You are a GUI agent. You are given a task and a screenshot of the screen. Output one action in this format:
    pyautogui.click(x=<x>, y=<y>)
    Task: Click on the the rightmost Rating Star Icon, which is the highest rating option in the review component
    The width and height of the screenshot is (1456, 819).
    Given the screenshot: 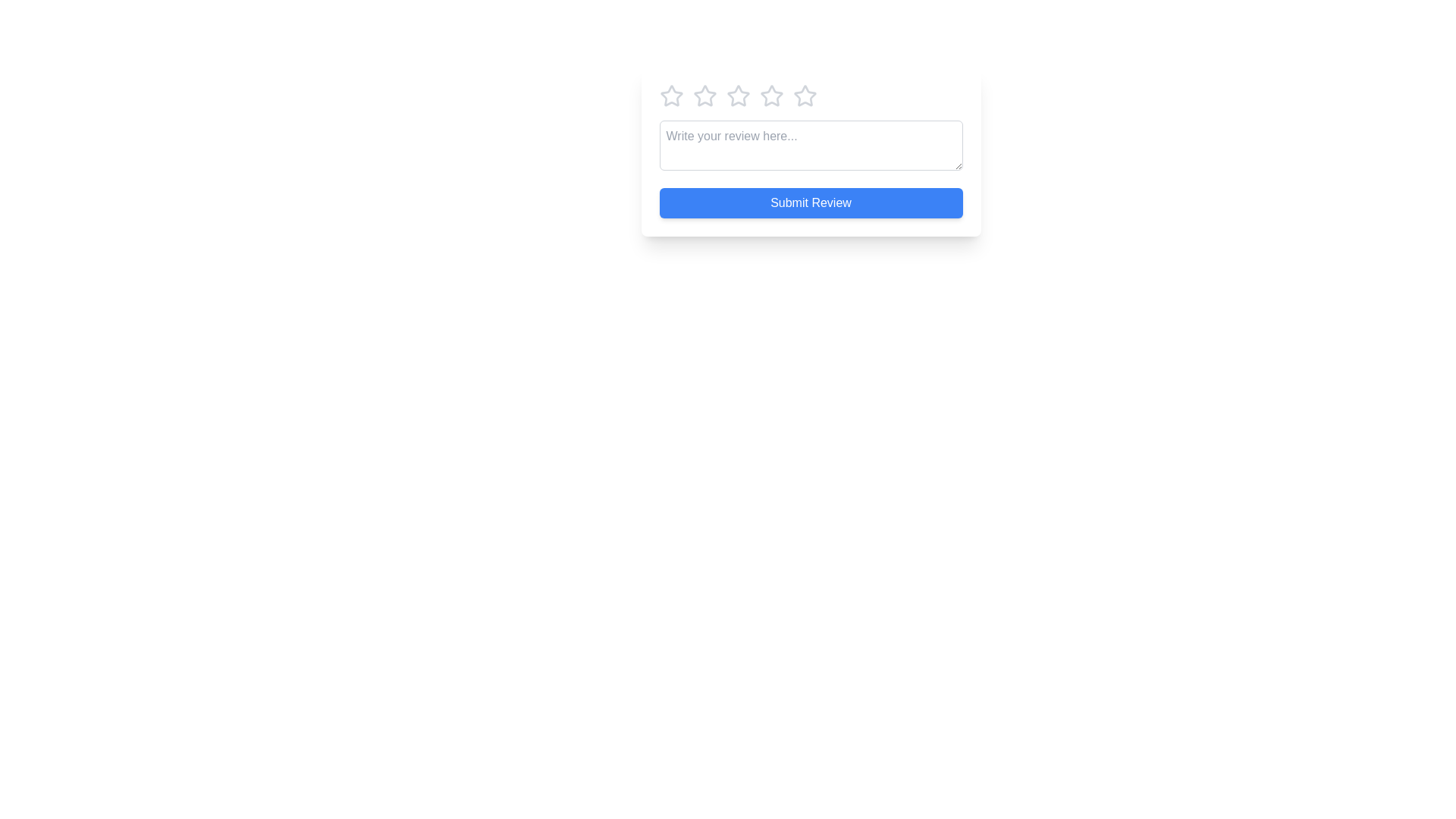 What is the action you would take?
    pyautogui.click(x=804, y=96)
    